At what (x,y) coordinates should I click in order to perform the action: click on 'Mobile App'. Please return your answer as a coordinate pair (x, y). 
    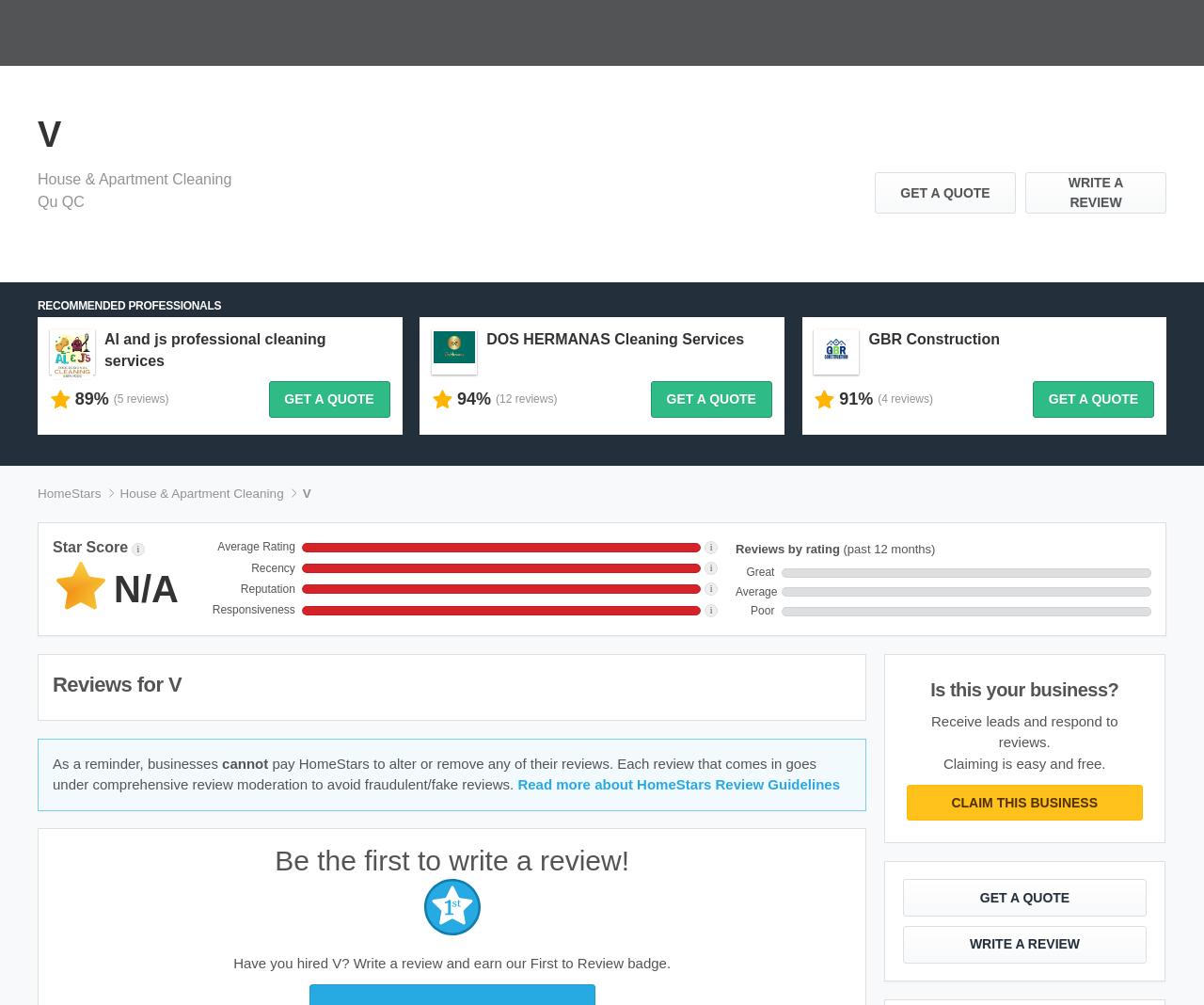
    Looking at the image, I should click on (357, 753).